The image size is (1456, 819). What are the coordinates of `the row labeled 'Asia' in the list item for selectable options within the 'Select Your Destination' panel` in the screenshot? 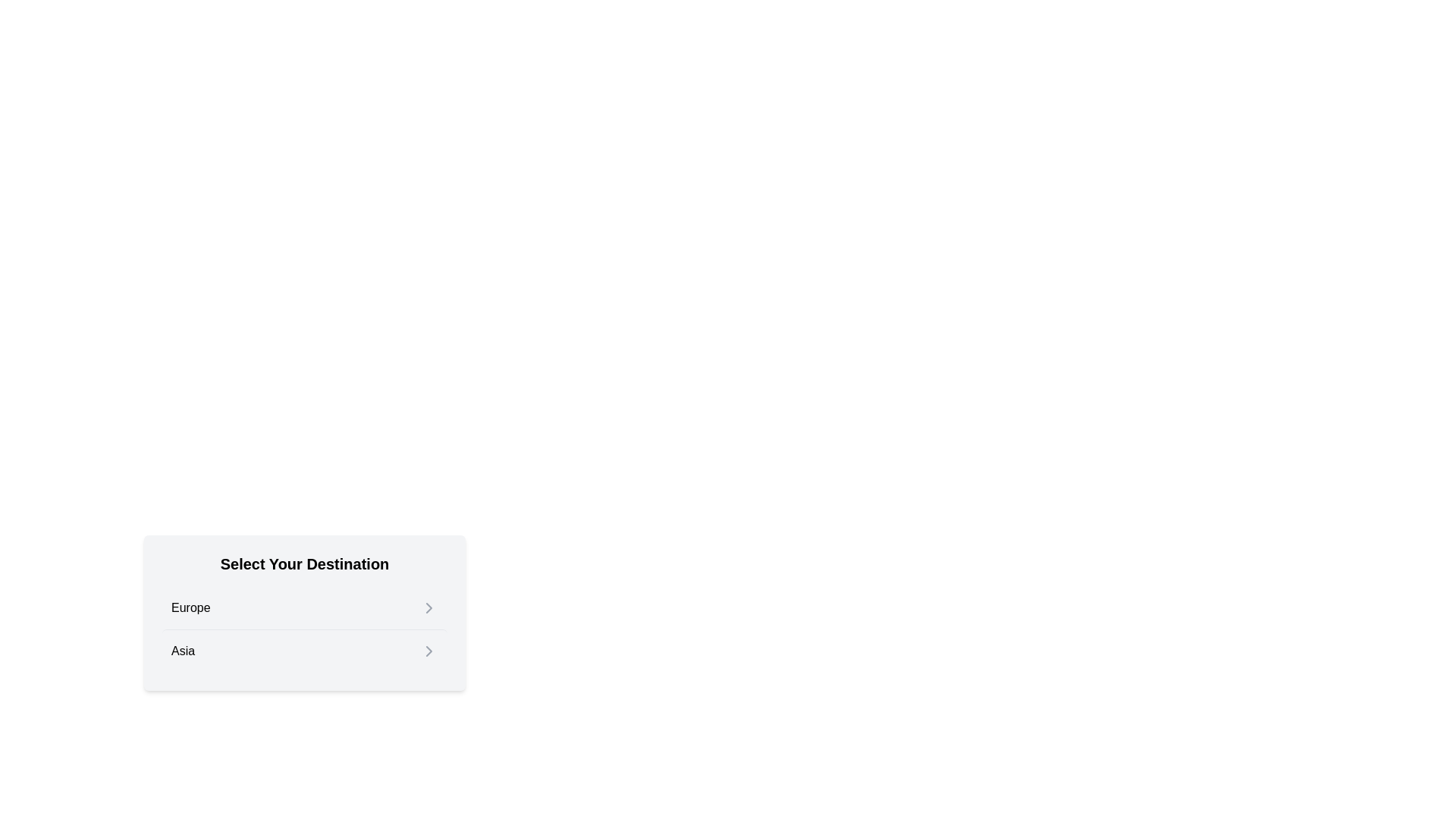 It's located at (304, 629).